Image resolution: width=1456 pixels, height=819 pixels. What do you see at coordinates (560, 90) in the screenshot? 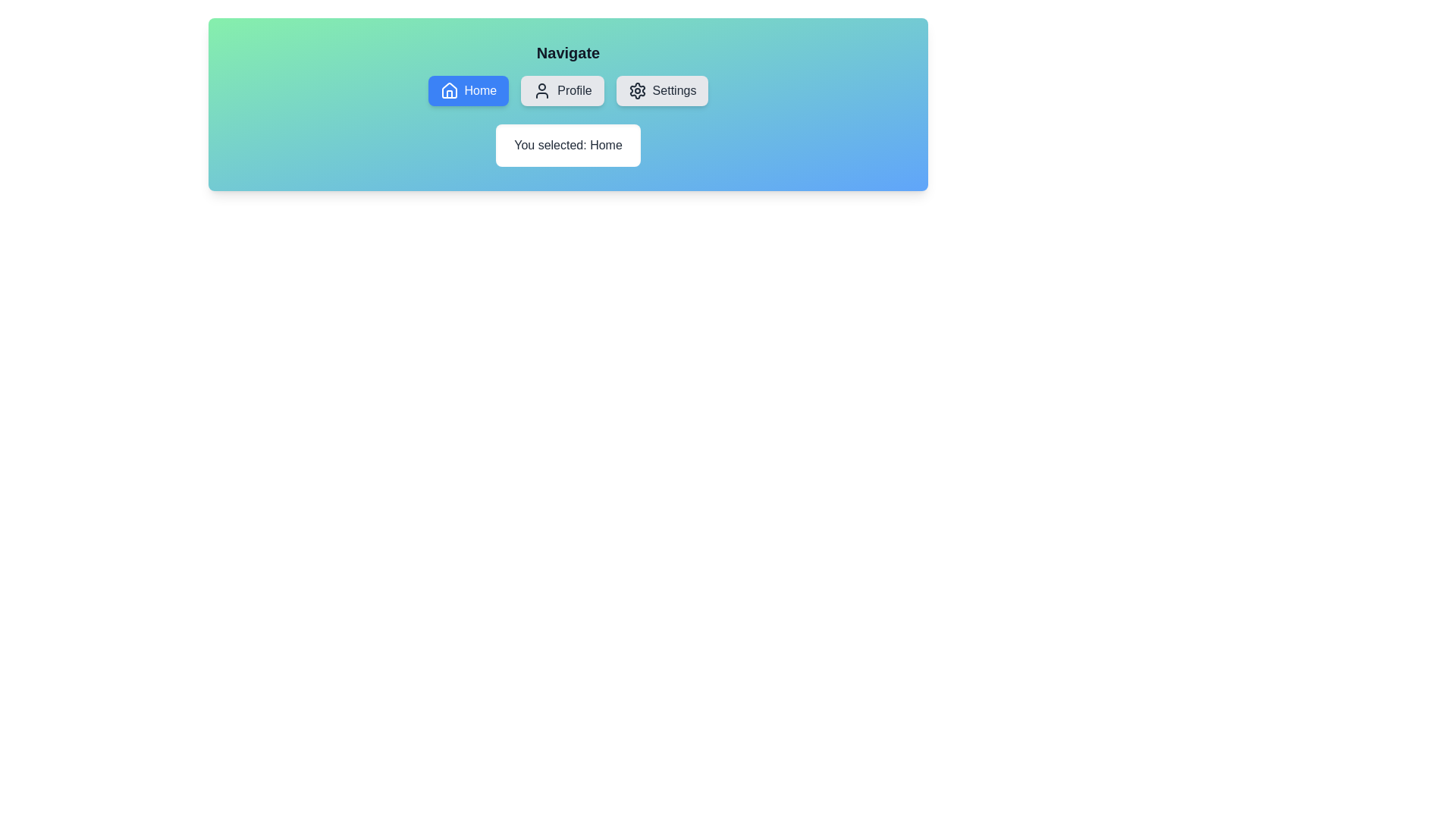
I see `the Profile button to observe its visual feedback` at bounding box center [560, 90].